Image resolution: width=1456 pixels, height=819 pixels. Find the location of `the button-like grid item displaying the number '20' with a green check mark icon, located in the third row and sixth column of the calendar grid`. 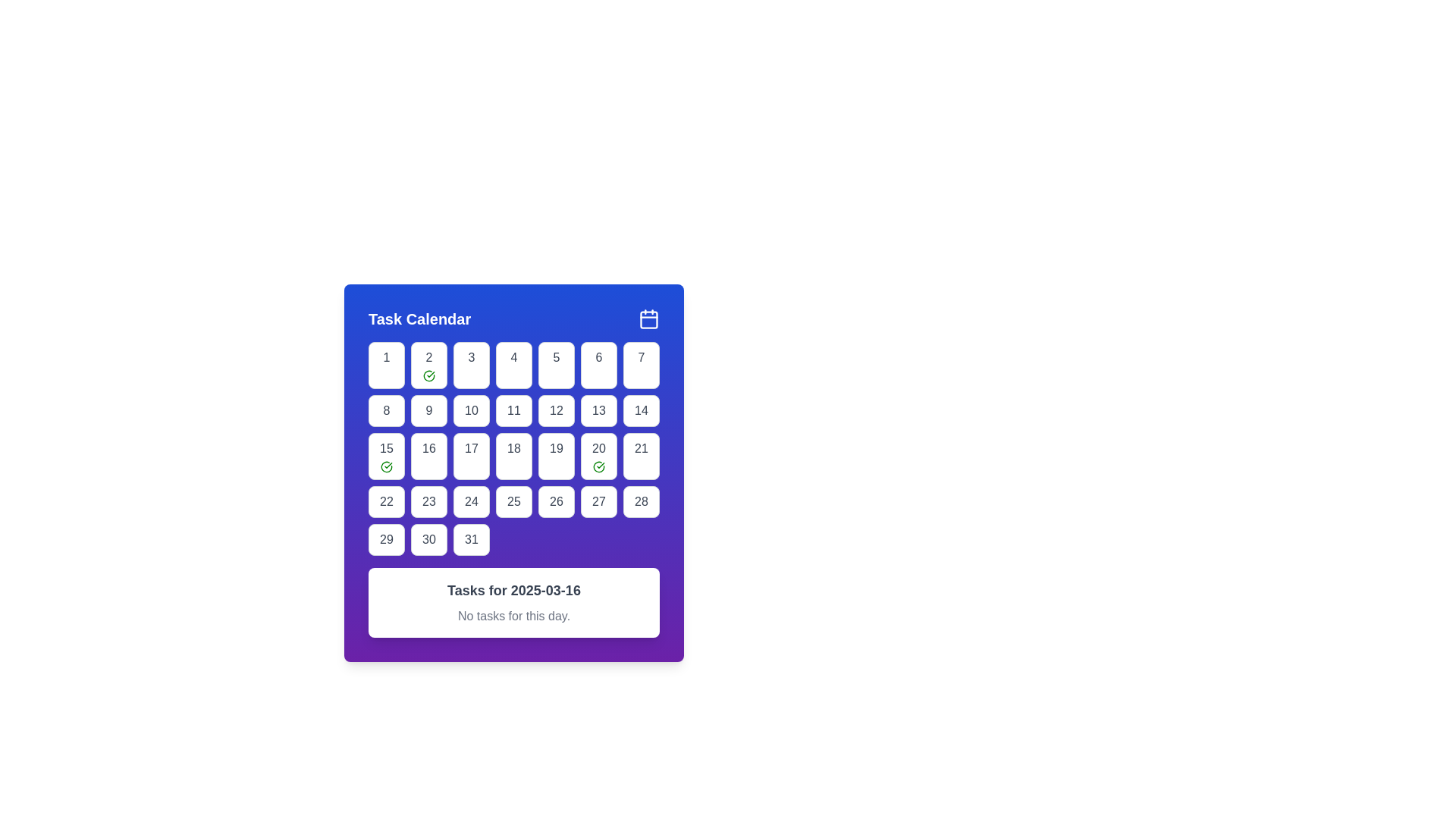

the button-like grid item displaying the number '20' with a green check mark icon, located in the third row and sixth column of the calendar grid is located at coordinates (598, 455).